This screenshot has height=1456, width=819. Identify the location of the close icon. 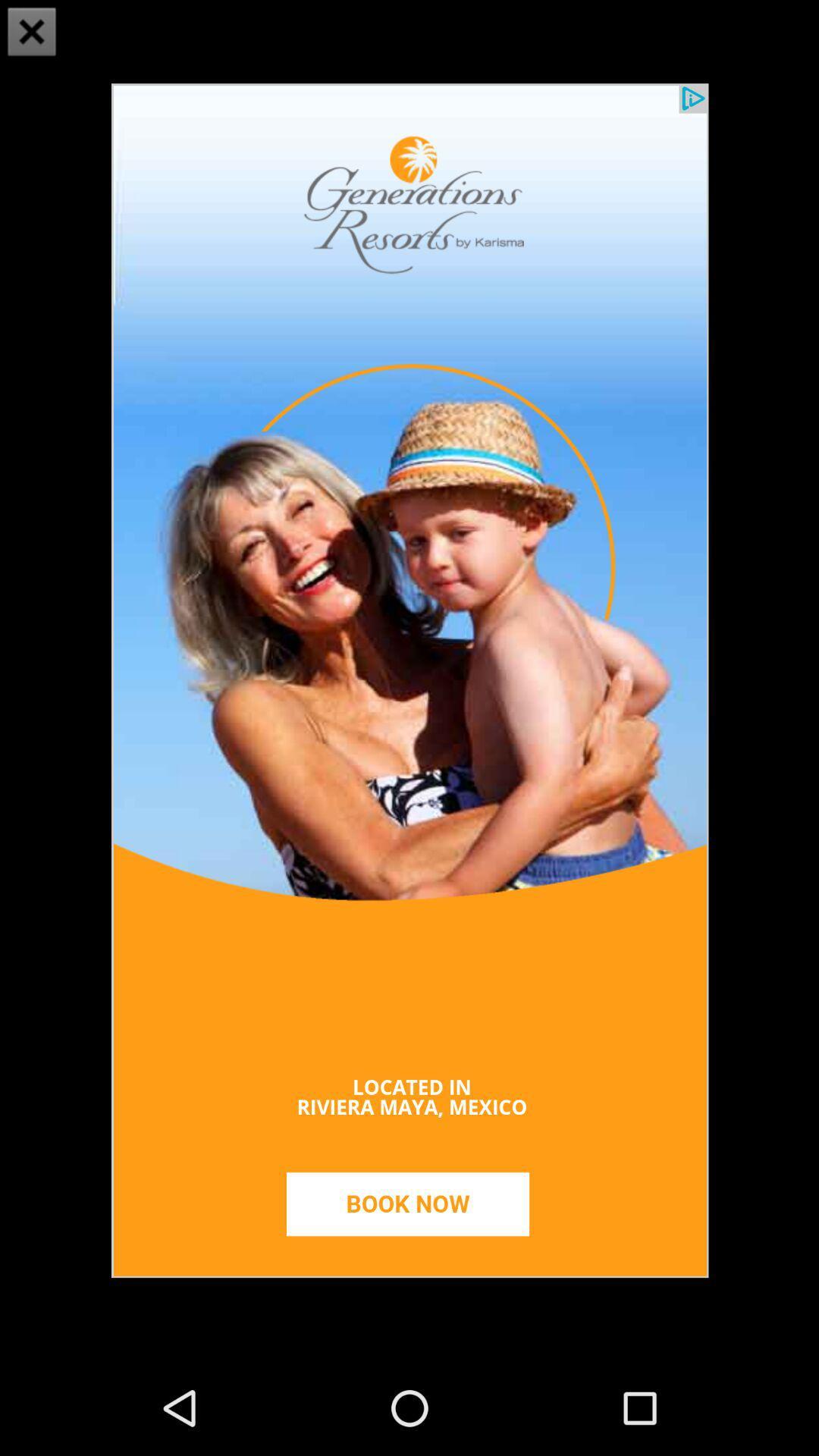
(32, 33).